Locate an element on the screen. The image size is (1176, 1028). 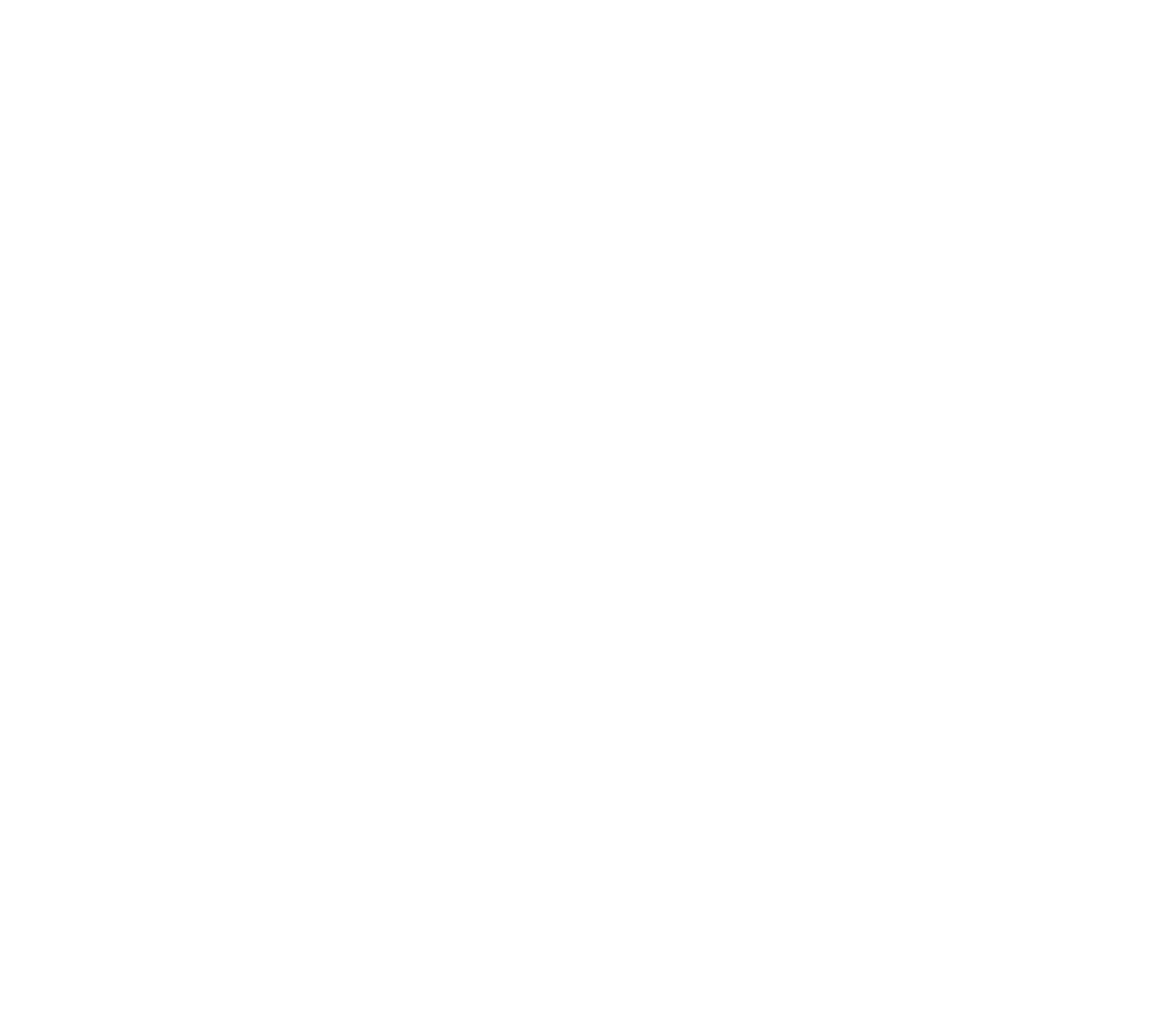
'RSS' is located at coordinates (973, 828).